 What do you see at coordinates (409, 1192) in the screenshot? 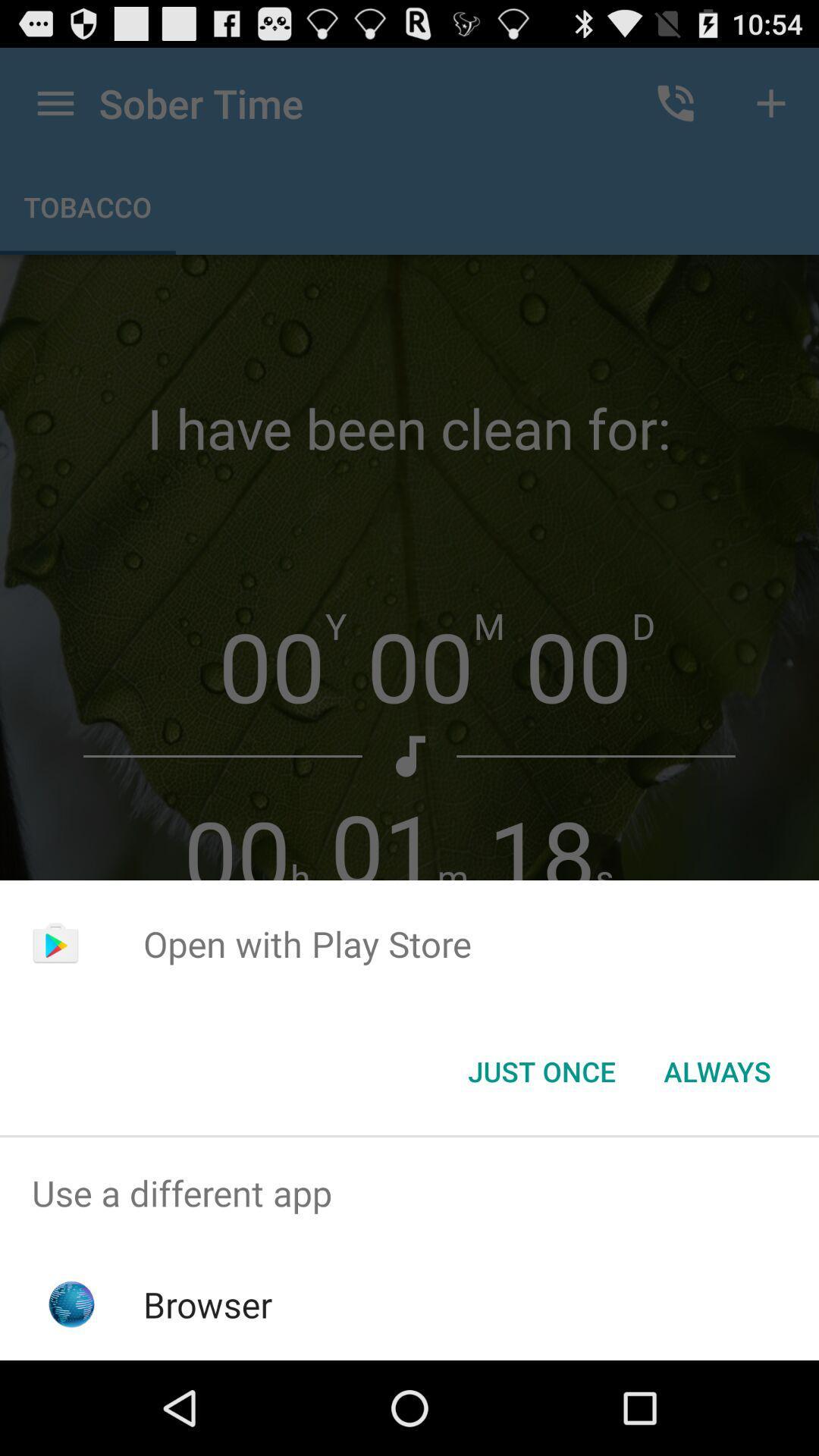
I see `item above browser app` at bounding box center [409, 1192].